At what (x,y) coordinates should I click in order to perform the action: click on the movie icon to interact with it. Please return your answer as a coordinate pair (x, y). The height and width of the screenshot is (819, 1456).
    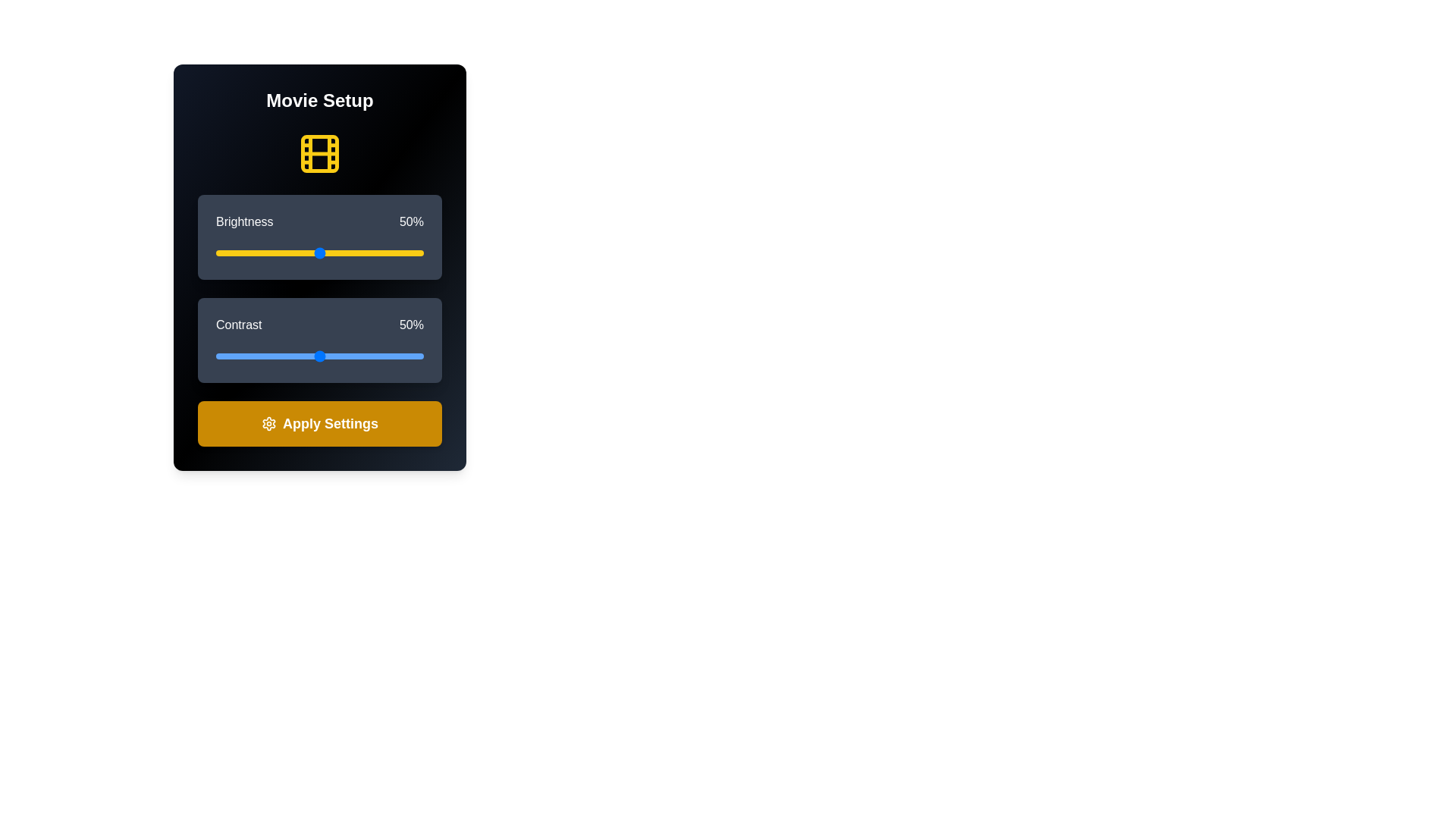
    Looking at the image, I should click on (319, 154).